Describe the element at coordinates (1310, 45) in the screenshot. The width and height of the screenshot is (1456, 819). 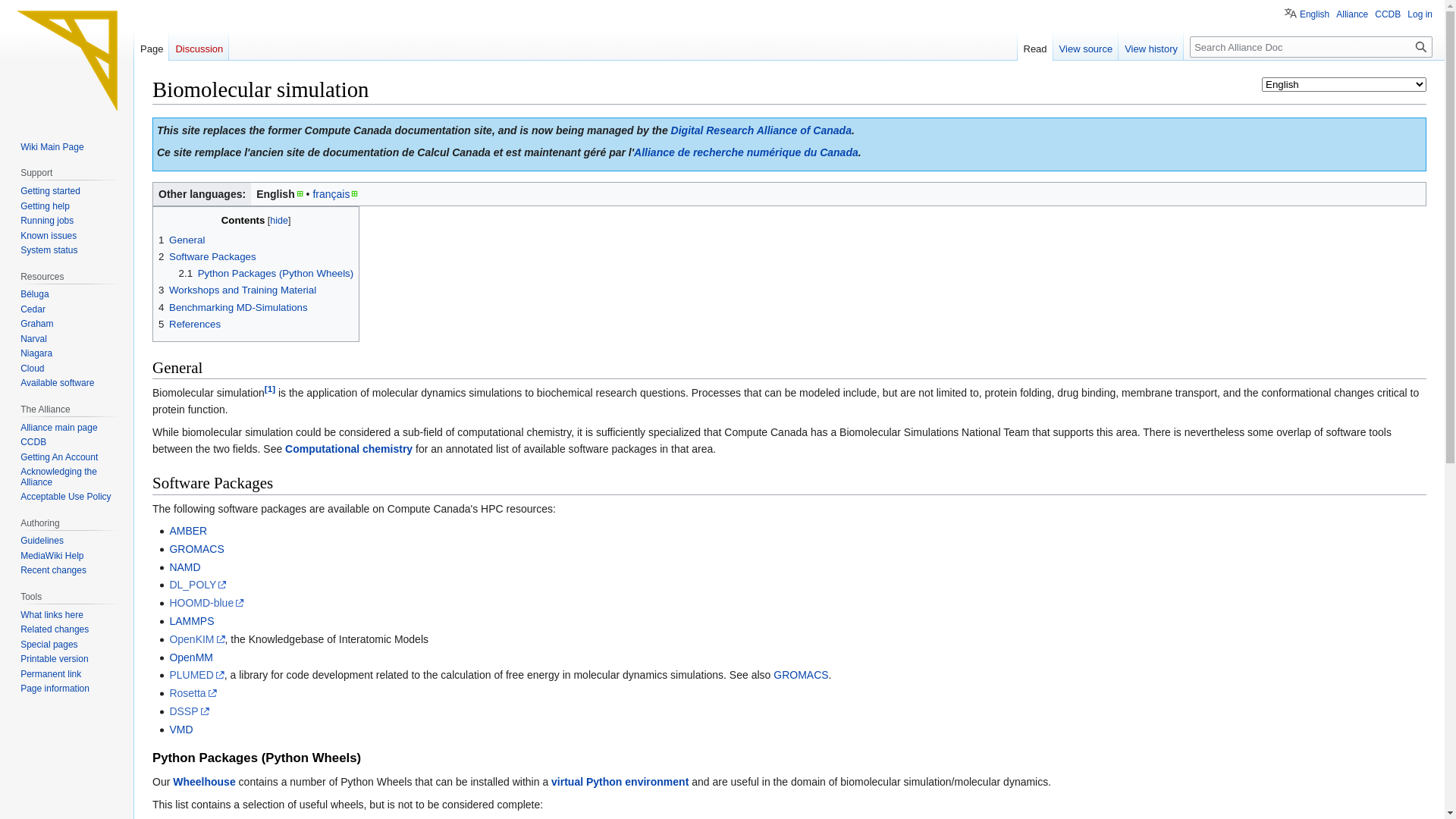
I see `'Search Alliance Doc [alt-shift-f]'` at that location.